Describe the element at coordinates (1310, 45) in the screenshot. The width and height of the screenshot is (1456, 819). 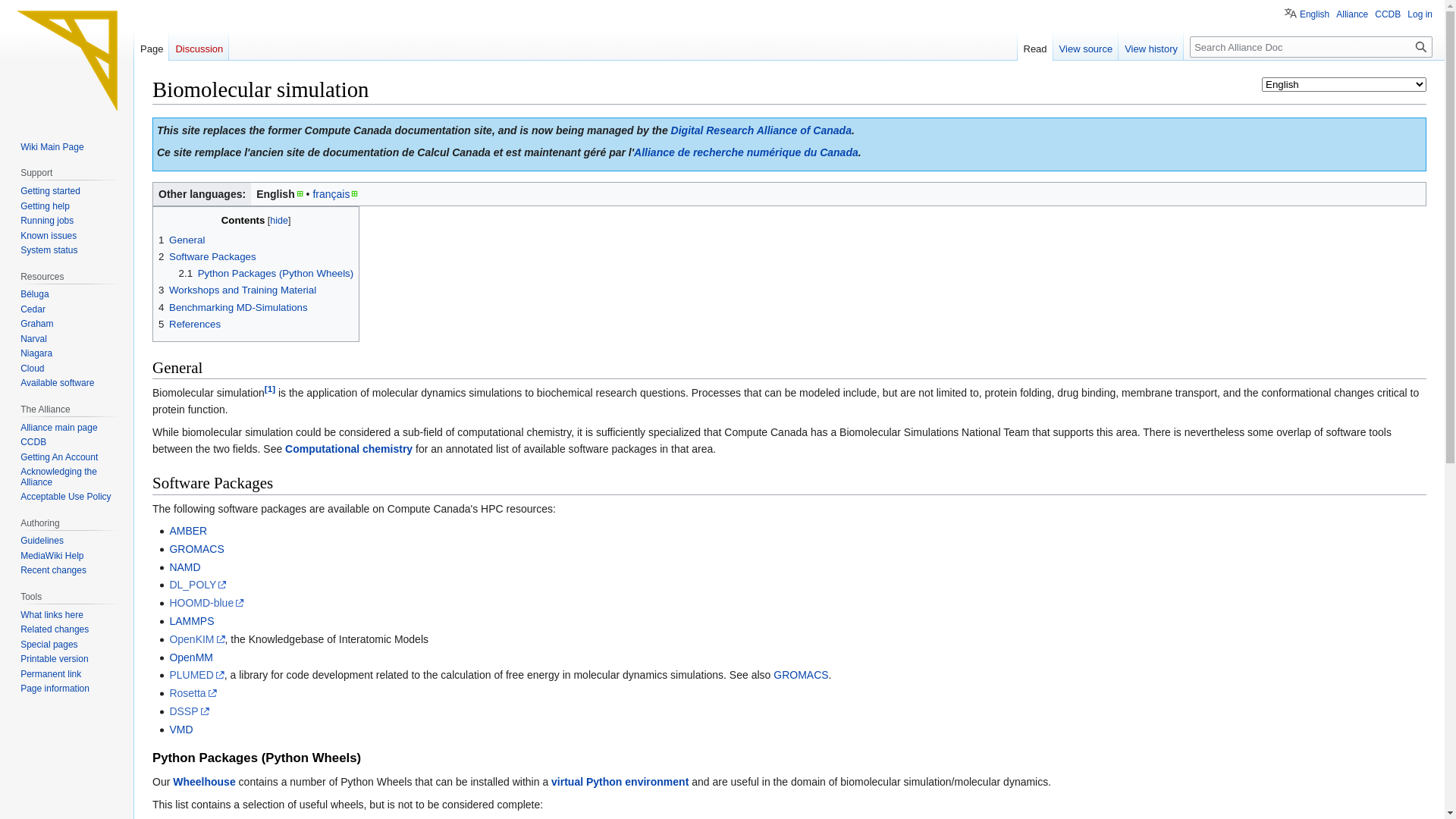
I see `'Search Alliance Doc [alt-shift-f]'` at that location.